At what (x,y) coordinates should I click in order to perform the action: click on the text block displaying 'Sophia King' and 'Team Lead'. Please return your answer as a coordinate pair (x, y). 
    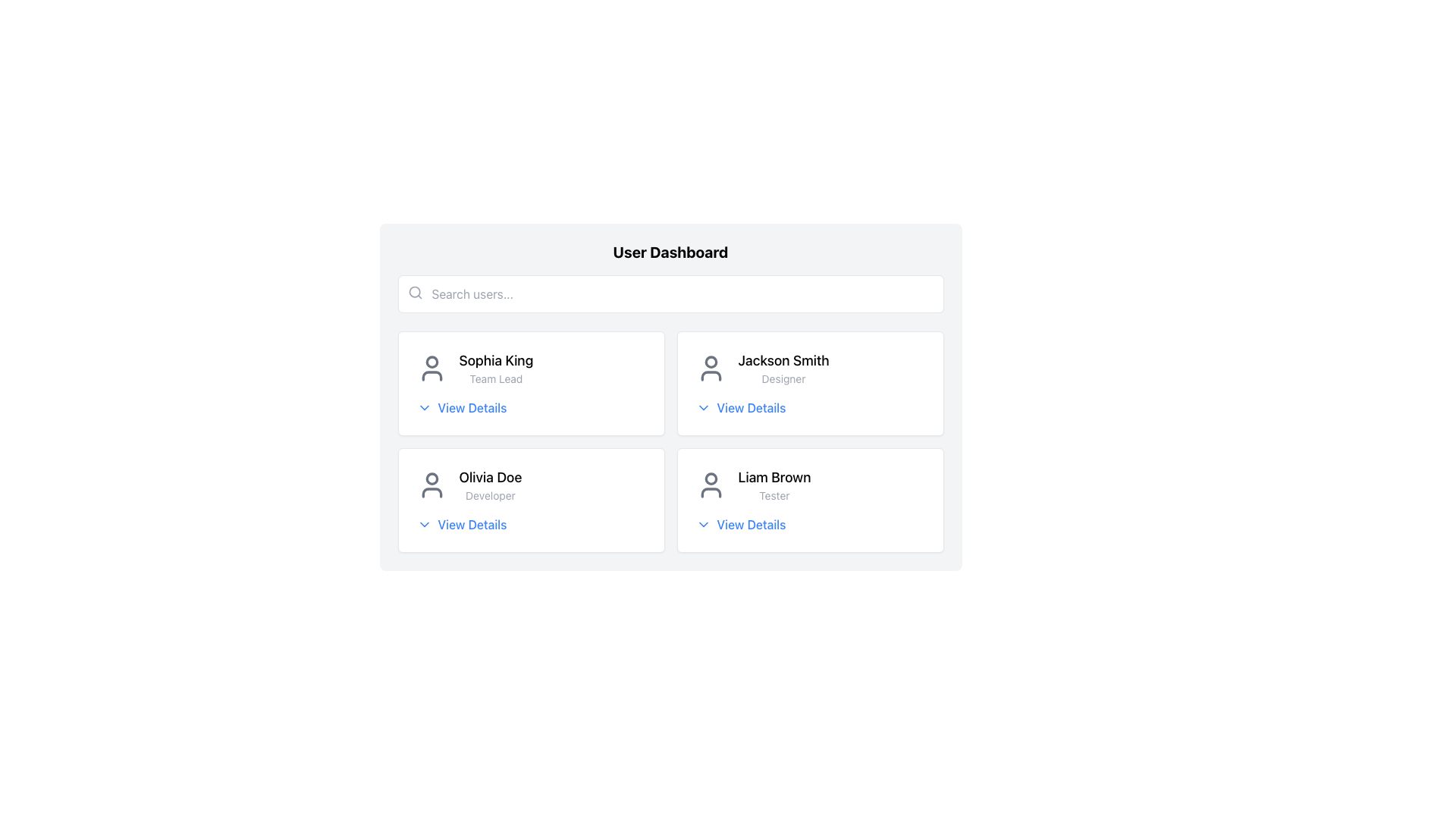
    Looking at the image, I should click on (531, 369).